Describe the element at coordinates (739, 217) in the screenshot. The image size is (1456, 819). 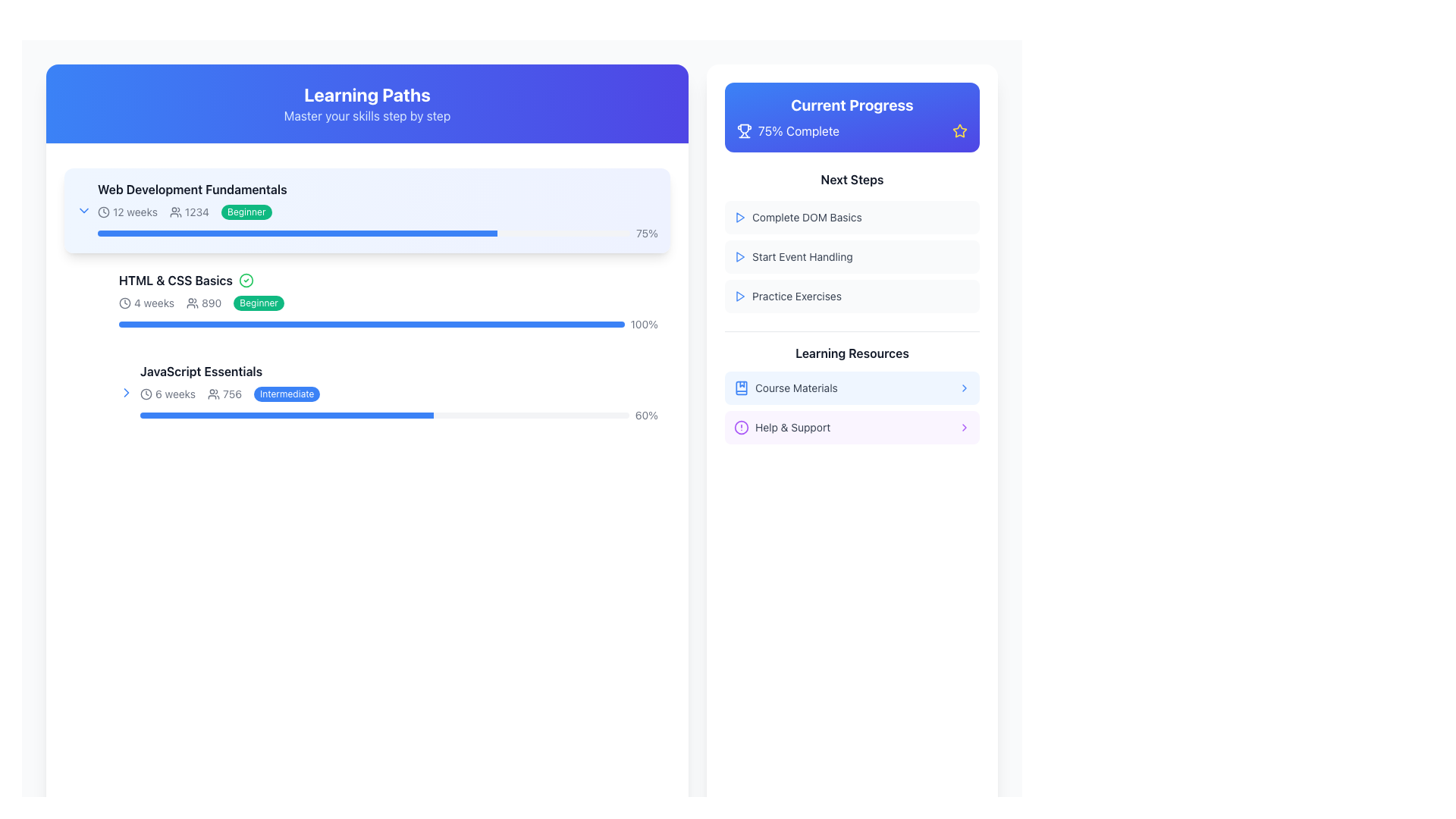
I see `the play button located to the left of the text 'Complete DOM Basics'` at that location.